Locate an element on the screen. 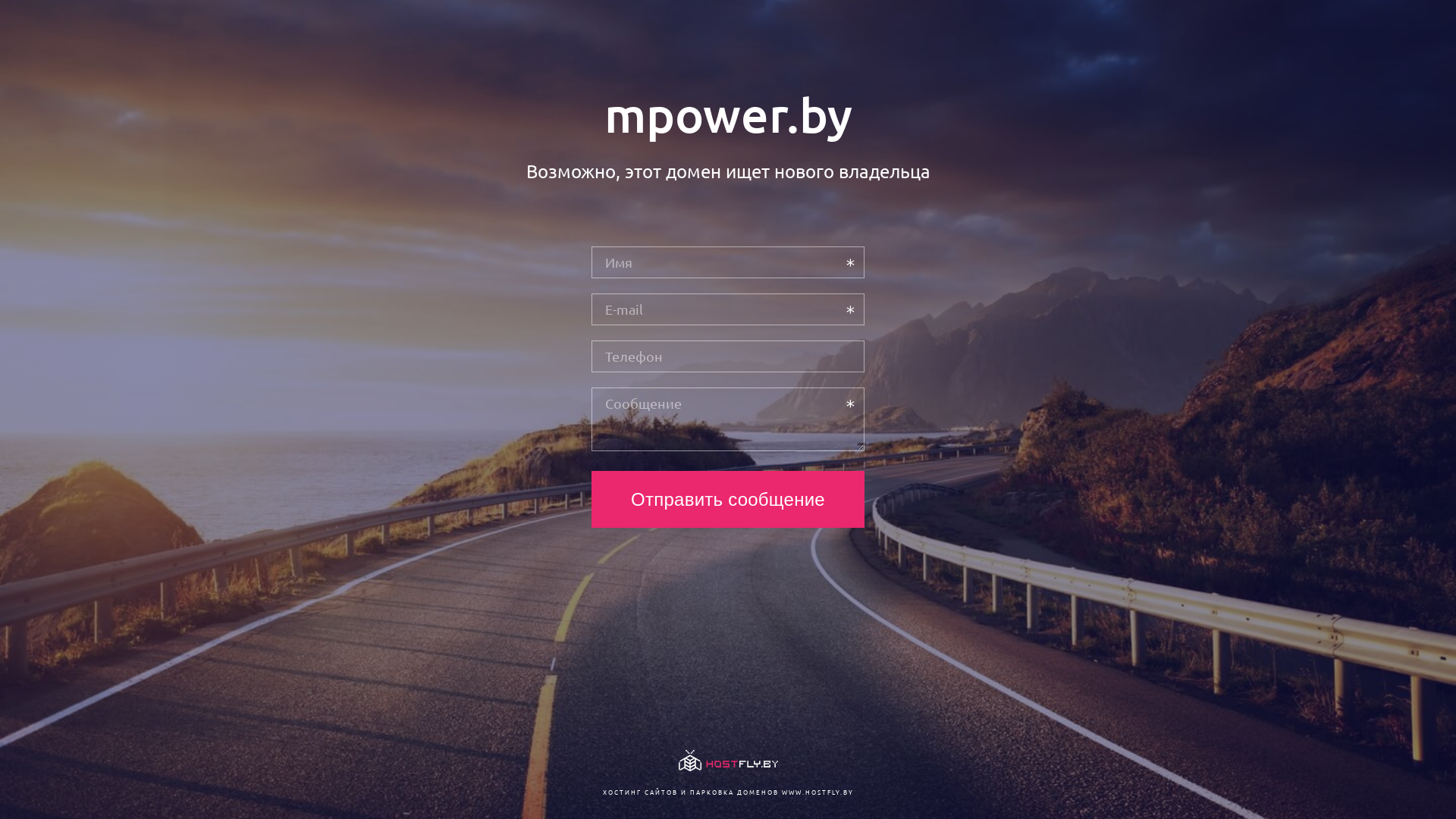  'WWW.HOSTFLY.BY' is located at coordinates (816, 791).